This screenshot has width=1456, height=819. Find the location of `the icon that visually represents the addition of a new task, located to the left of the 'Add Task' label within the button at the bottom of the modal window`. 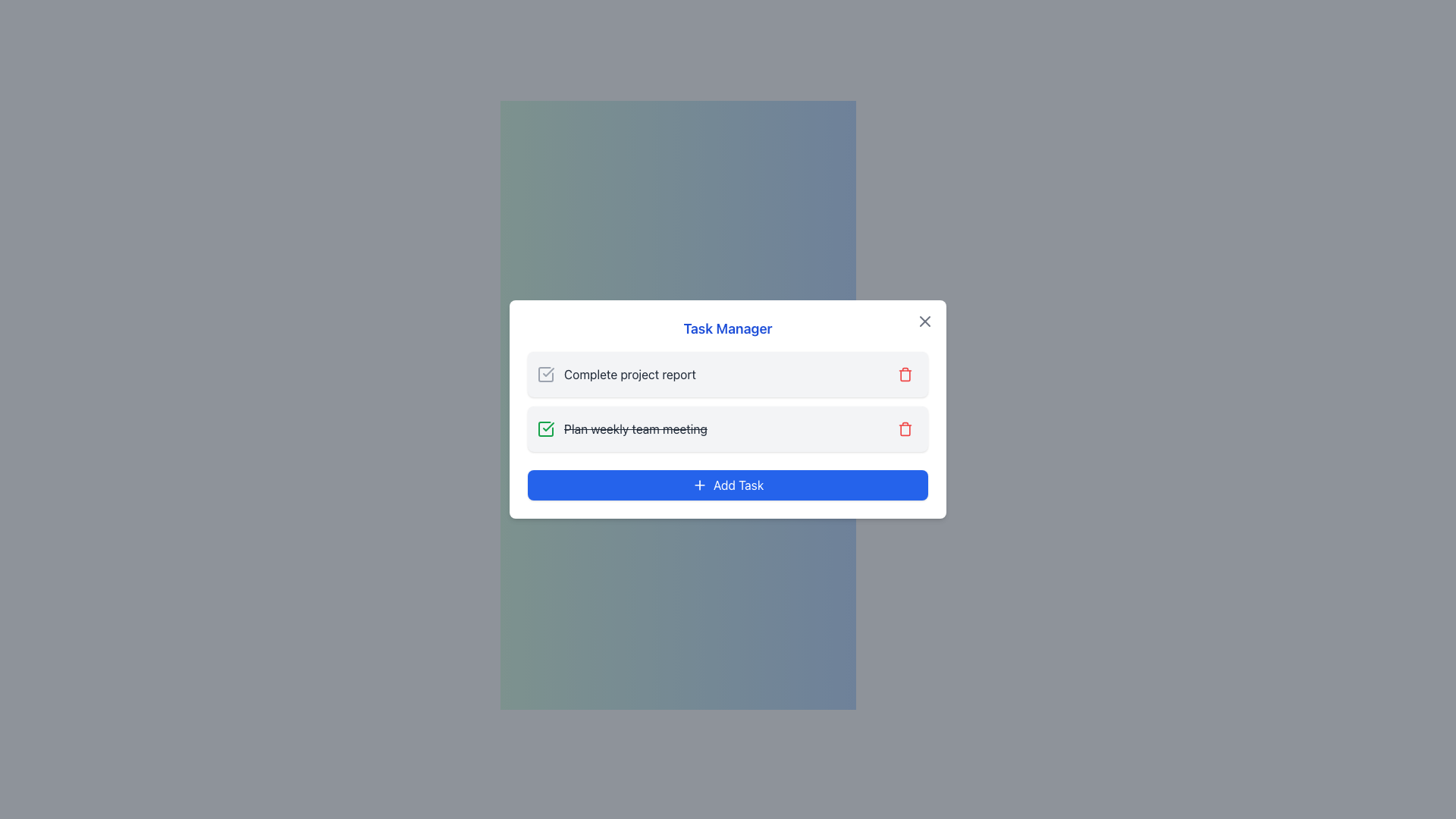

the icon that visually represents the addition of a new task, located to the left of the 'Add Task' label within the button at the bottom of the modal window is located at coordinates (698, 485).